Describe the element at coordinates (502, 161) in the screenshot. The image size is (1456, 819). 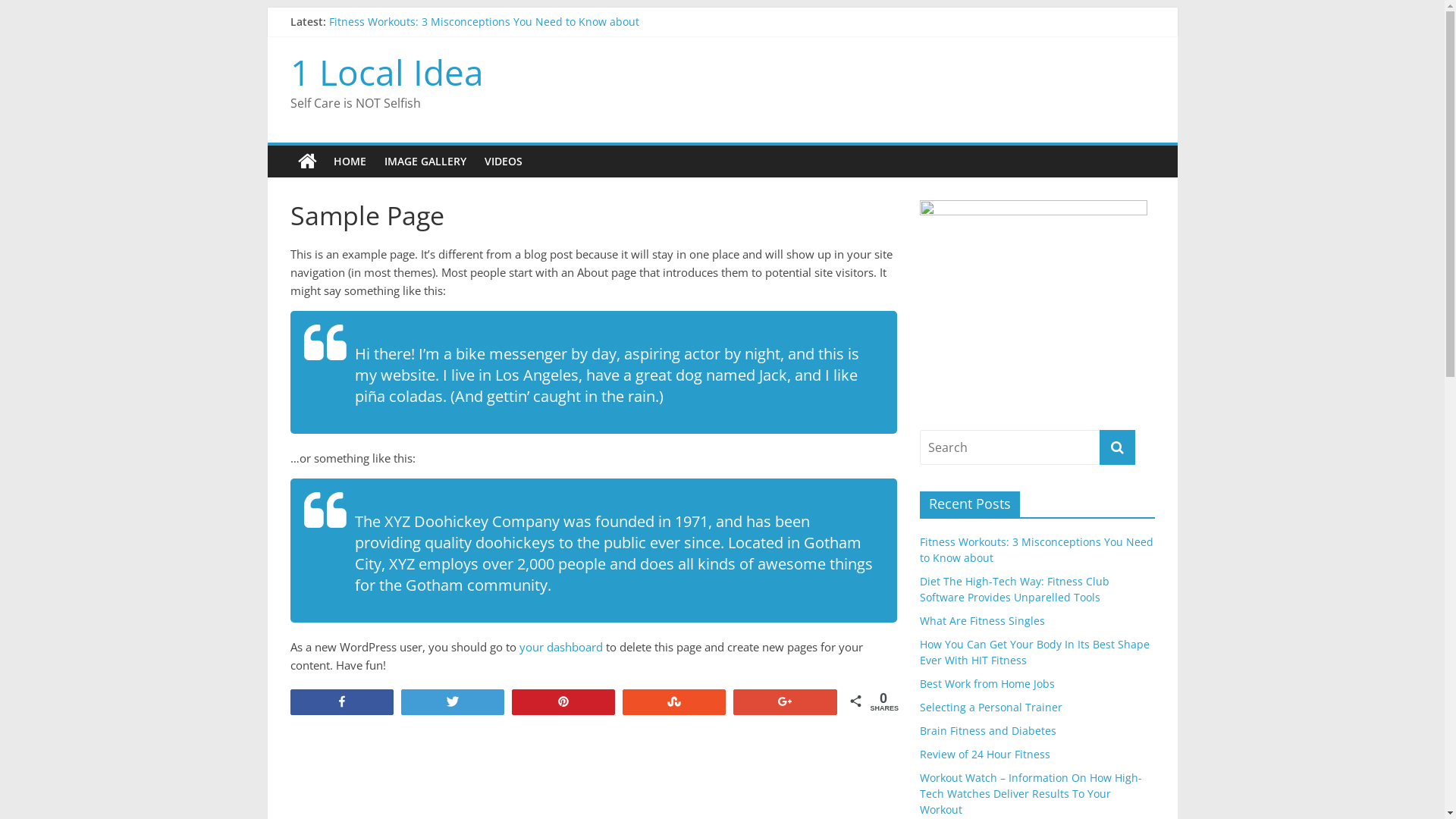
I see `'VIDEOS'` at that location.